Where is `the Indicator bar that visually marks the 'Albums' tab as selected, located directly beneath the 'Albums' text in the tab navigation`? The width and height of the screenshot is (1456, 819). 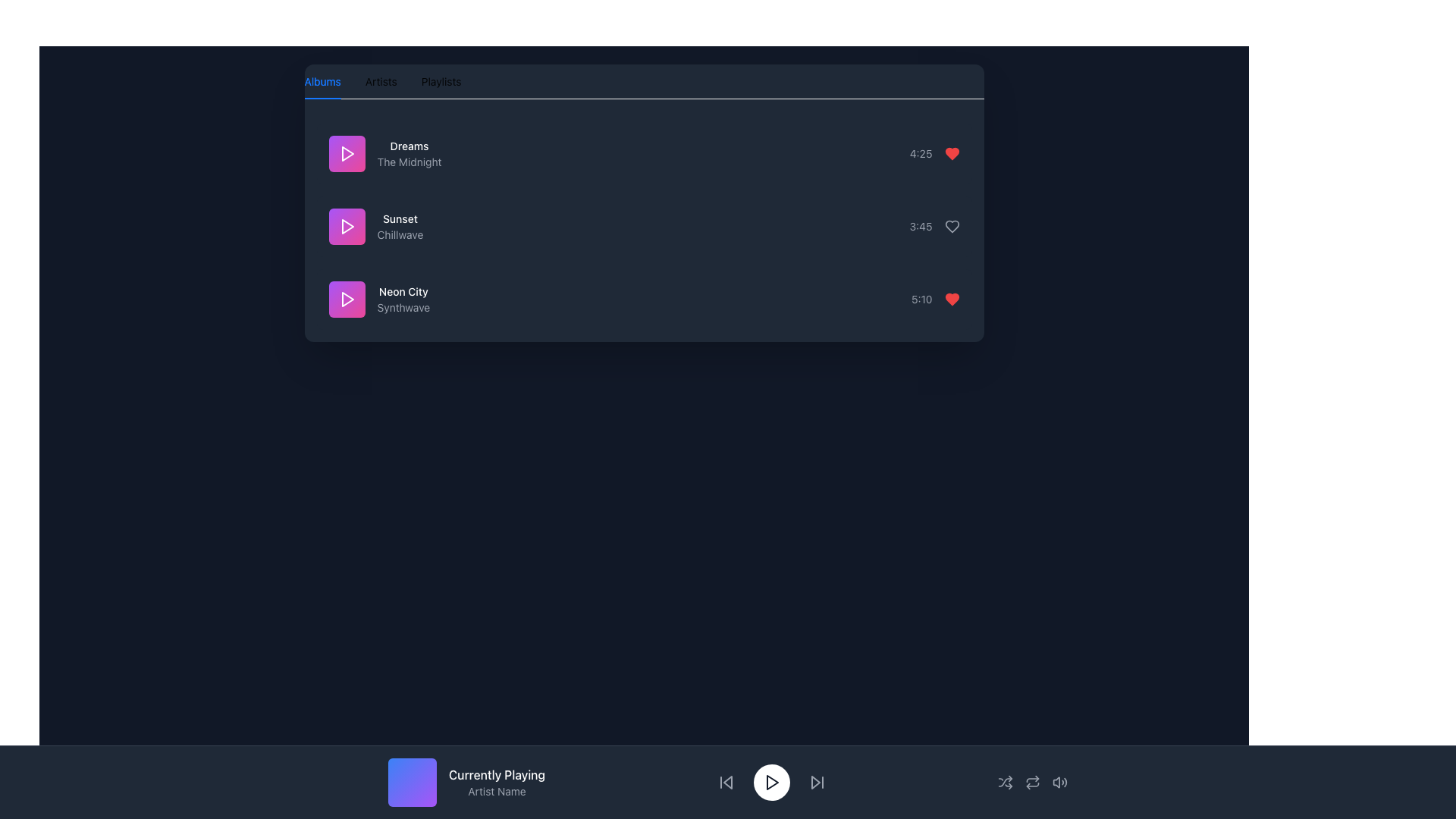
the Indicator bar that visually marks the 'Albums' tab as selected, located directly beneath the 'Albums' text in the tab navigation is located at coordinates (322, 99).